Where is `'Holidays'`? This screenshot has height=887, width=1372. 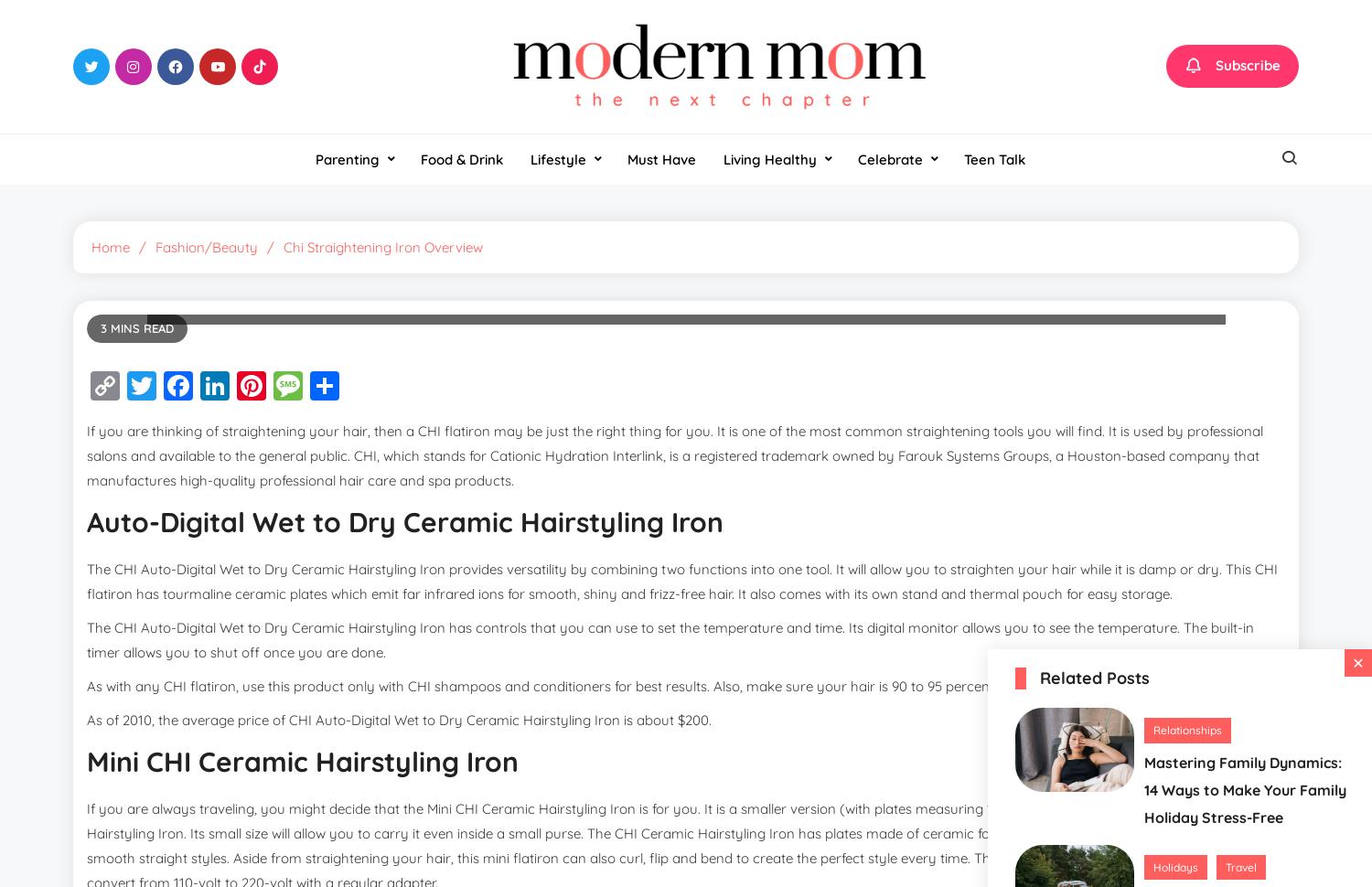 'Holidays' is located at coordinates (1175, 865).